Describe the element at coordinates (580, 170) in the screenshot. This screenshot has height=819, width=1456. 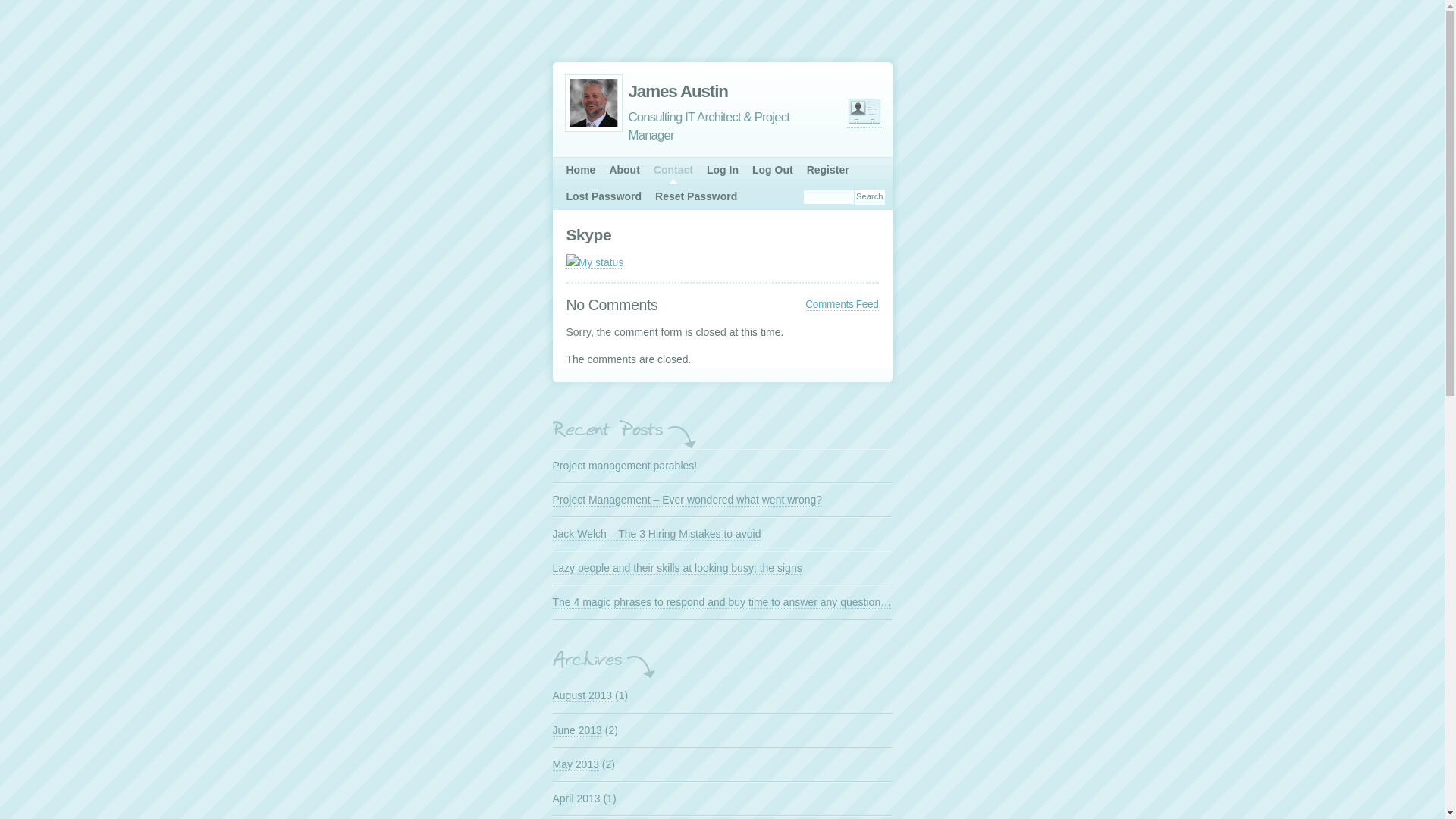
I see `'Home'` at that location.